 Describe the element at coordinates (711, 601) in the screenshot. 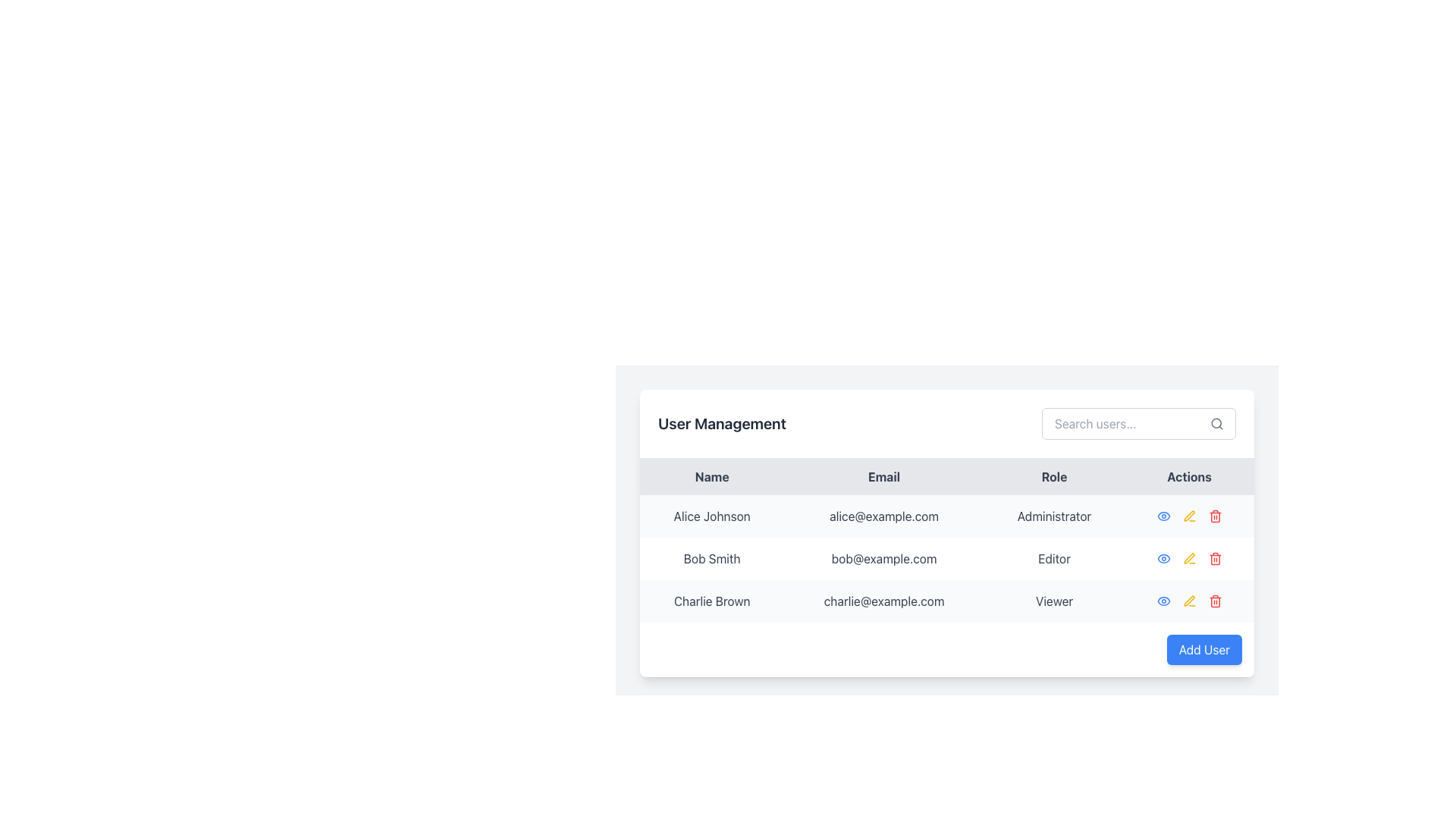

I see `the static text label displaying the user name 'Charlie Brown', located under the 'User Management' header in the last row of the table` at that location.